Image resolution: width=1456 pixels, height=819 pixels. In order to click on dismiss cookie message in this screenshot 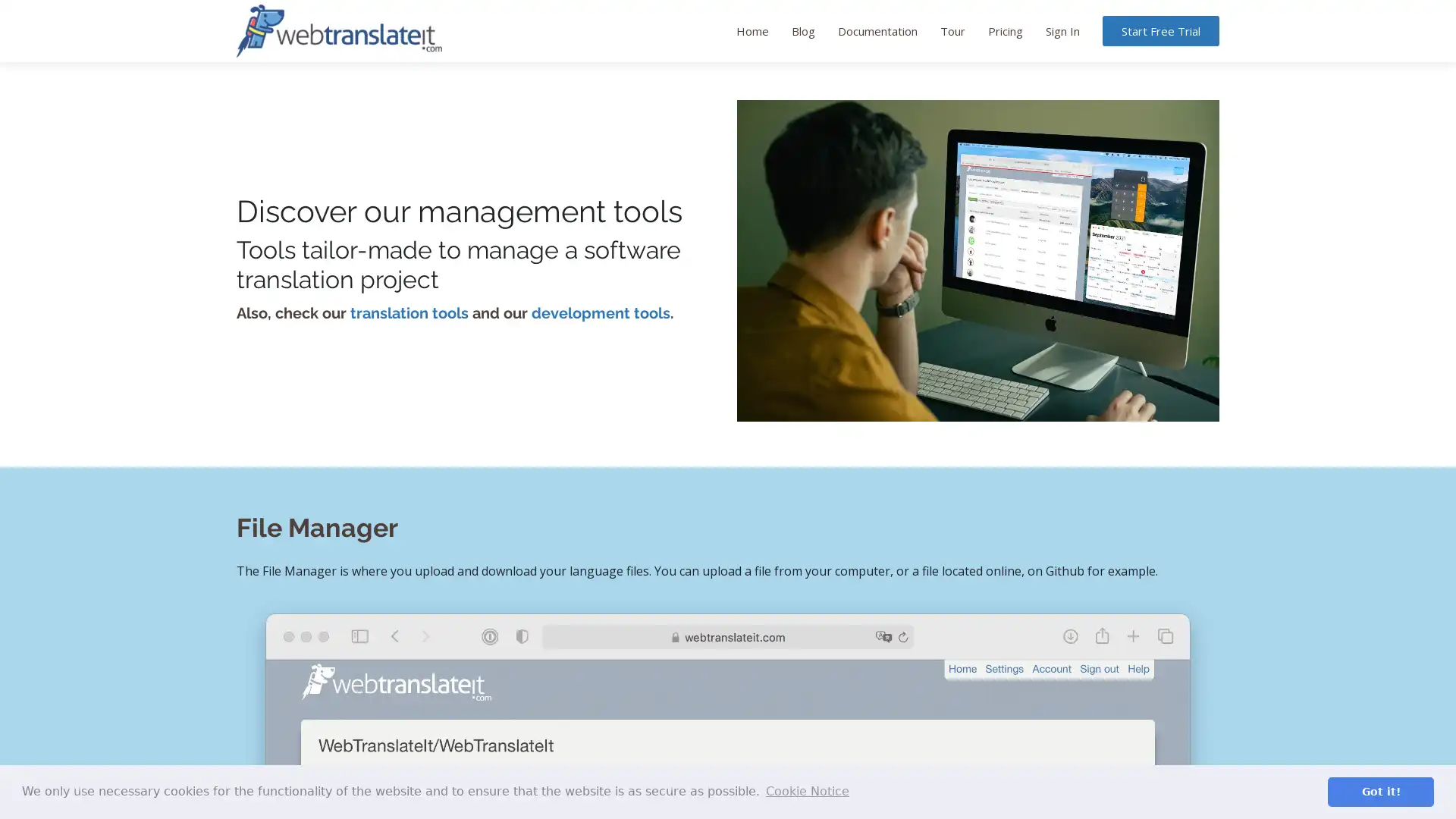, I will do `click(1380, 791)`.